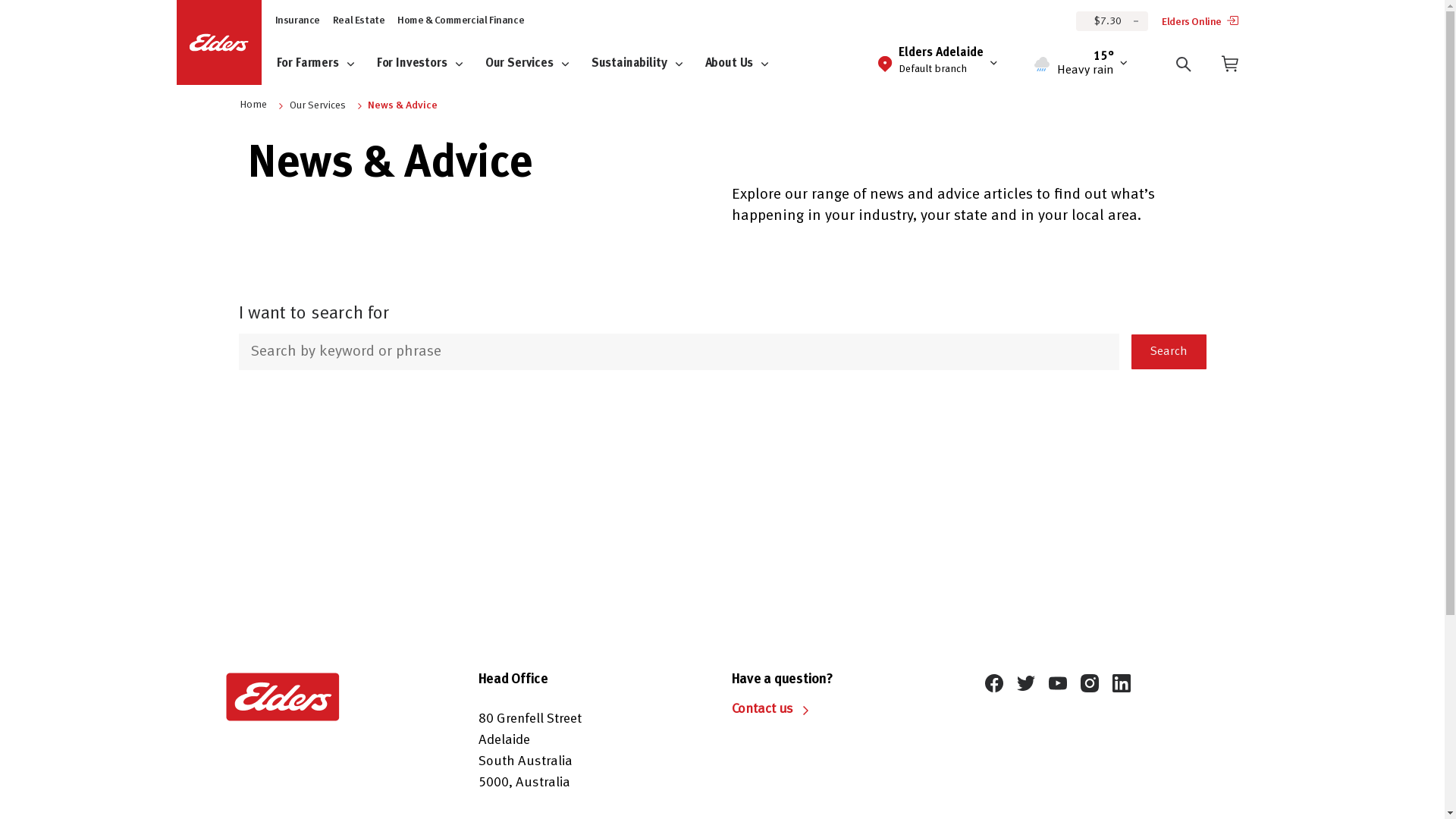 This screenshot has height=819, width=1456. Describe the element at coordinates (315, 105) in the screenshot. I see `'Our Services'` at that location.